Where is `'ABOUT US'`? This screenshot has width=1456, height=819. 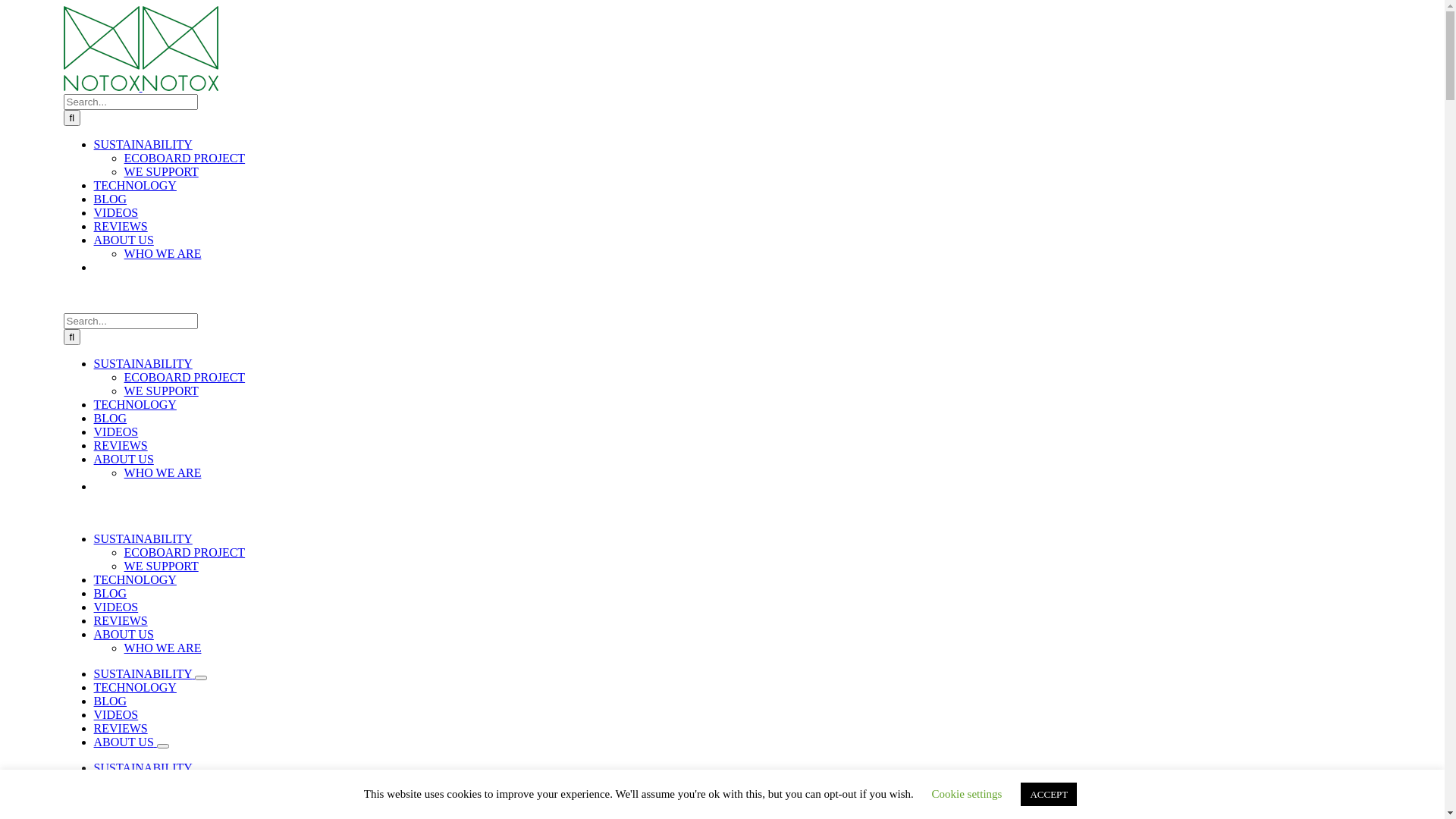
'ABOUT US' is located at coordinates (125, 741).